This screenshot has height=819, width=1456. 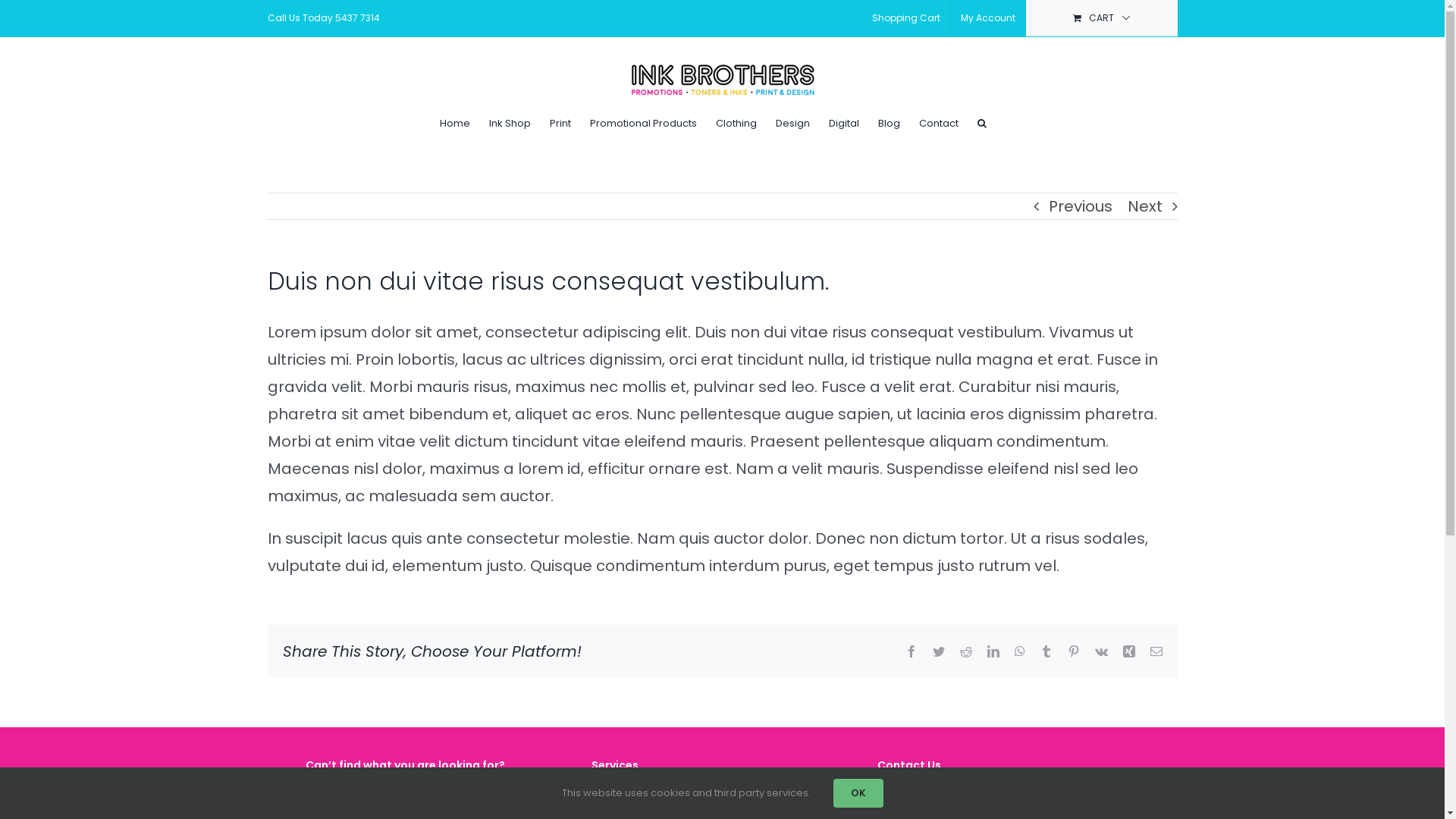 What do you see at coordinates (509, 122) in the screenshot?
I see `'Ink Shop'` at bounding box center [509, 122].